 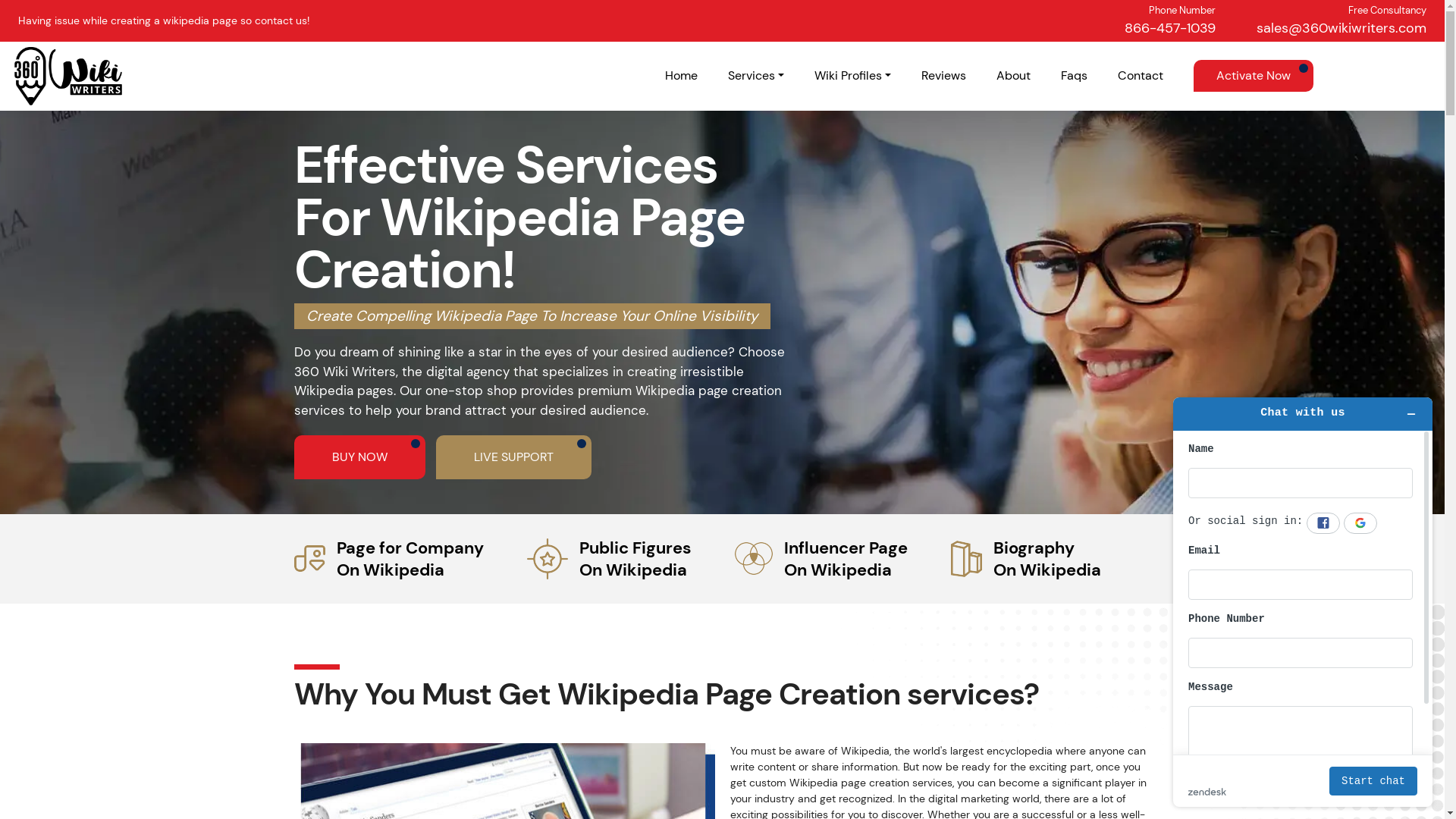 What do you see at coordinates (1073, 75) in the screenshot?
I see `'Faqs'` at bounding box center [1073, 75].